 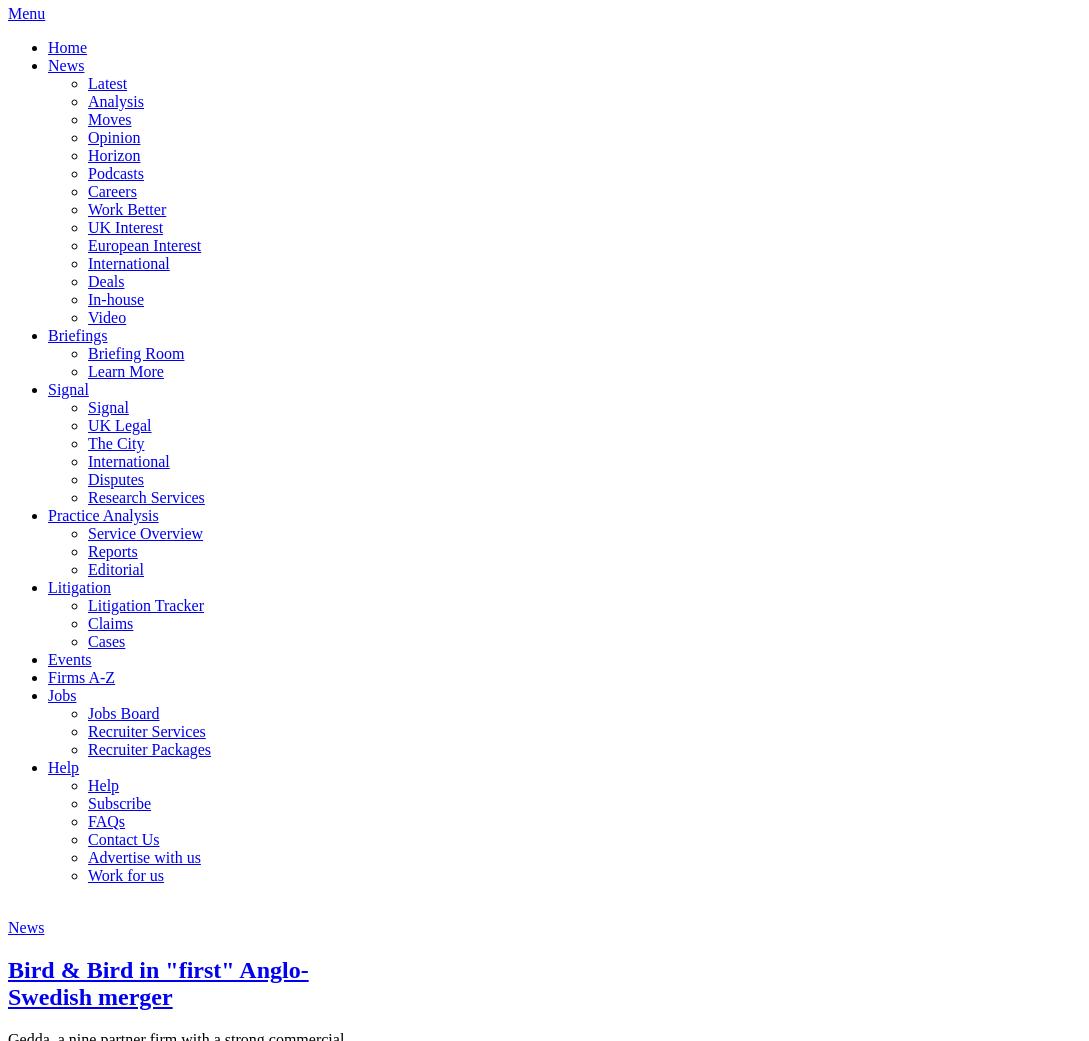 What do you see at coordinates (106, 820) in the screenshot?
I see `'FAQs'` at bounding box center [106, 820].